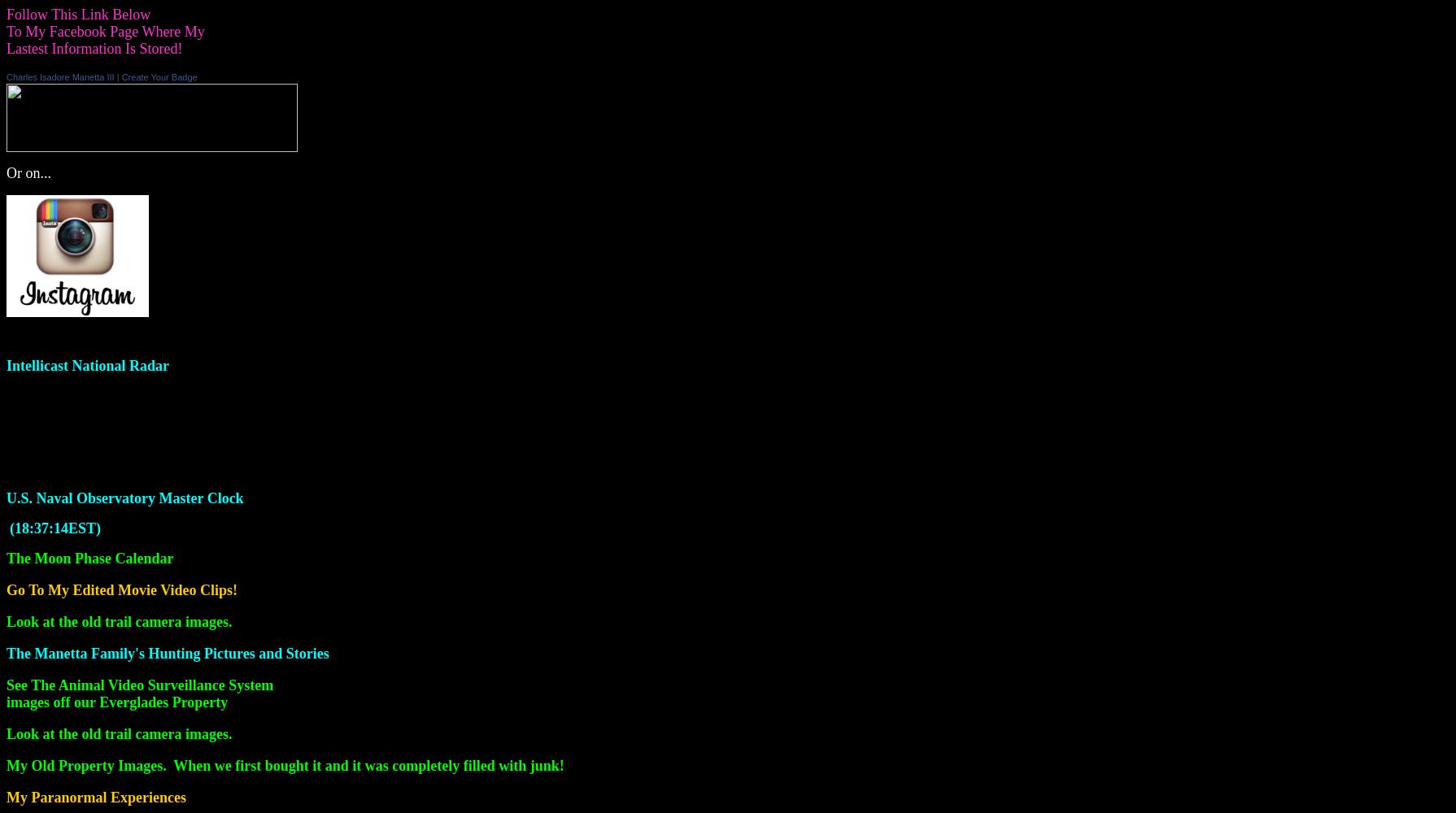  What do you see at coordinates (9, 528) in the screenshot?
I see `'('` at bounding box center [9, 528].